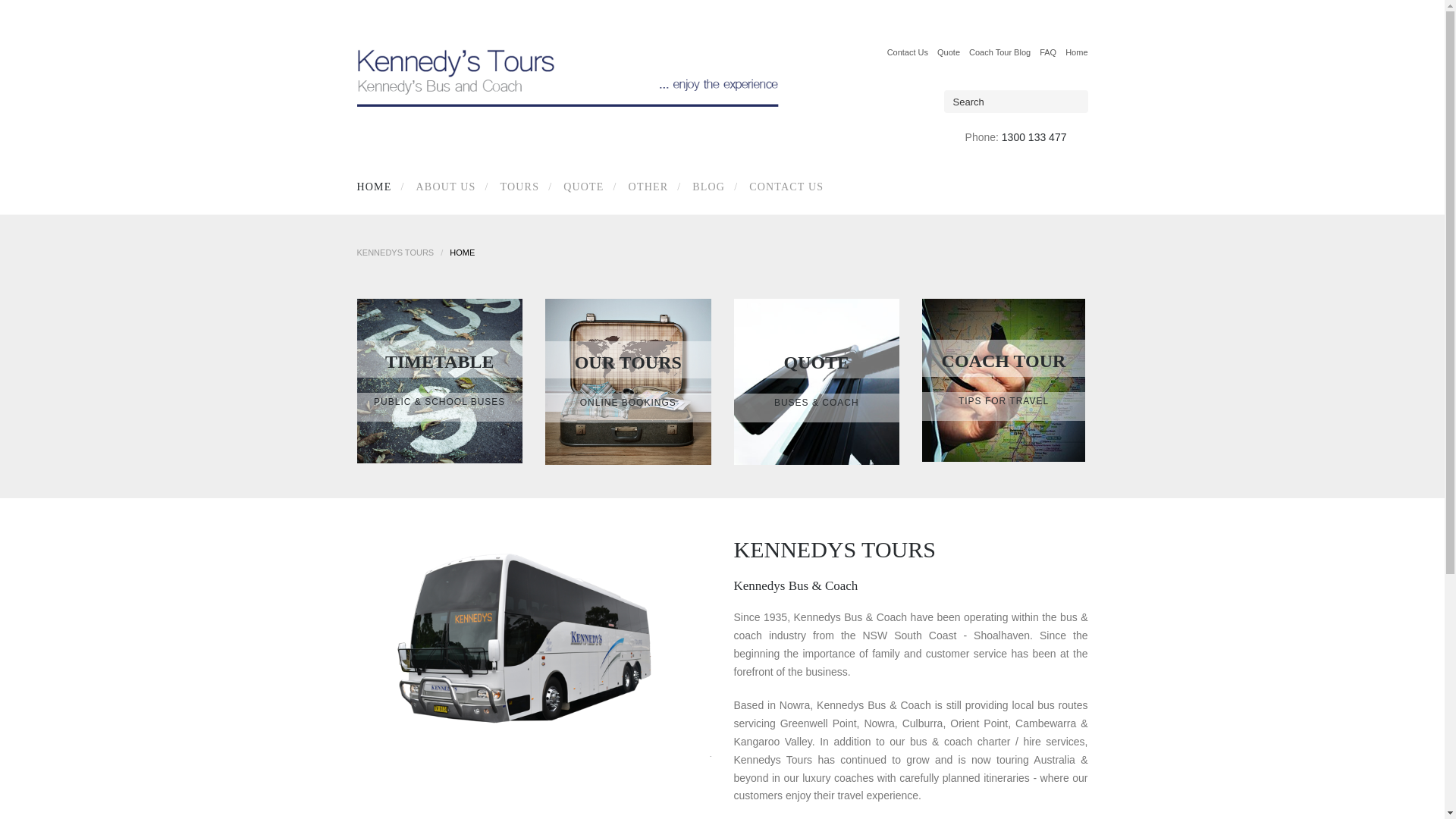  I want to click on 'ONLINE BOOKINGS', so click(628, 402).